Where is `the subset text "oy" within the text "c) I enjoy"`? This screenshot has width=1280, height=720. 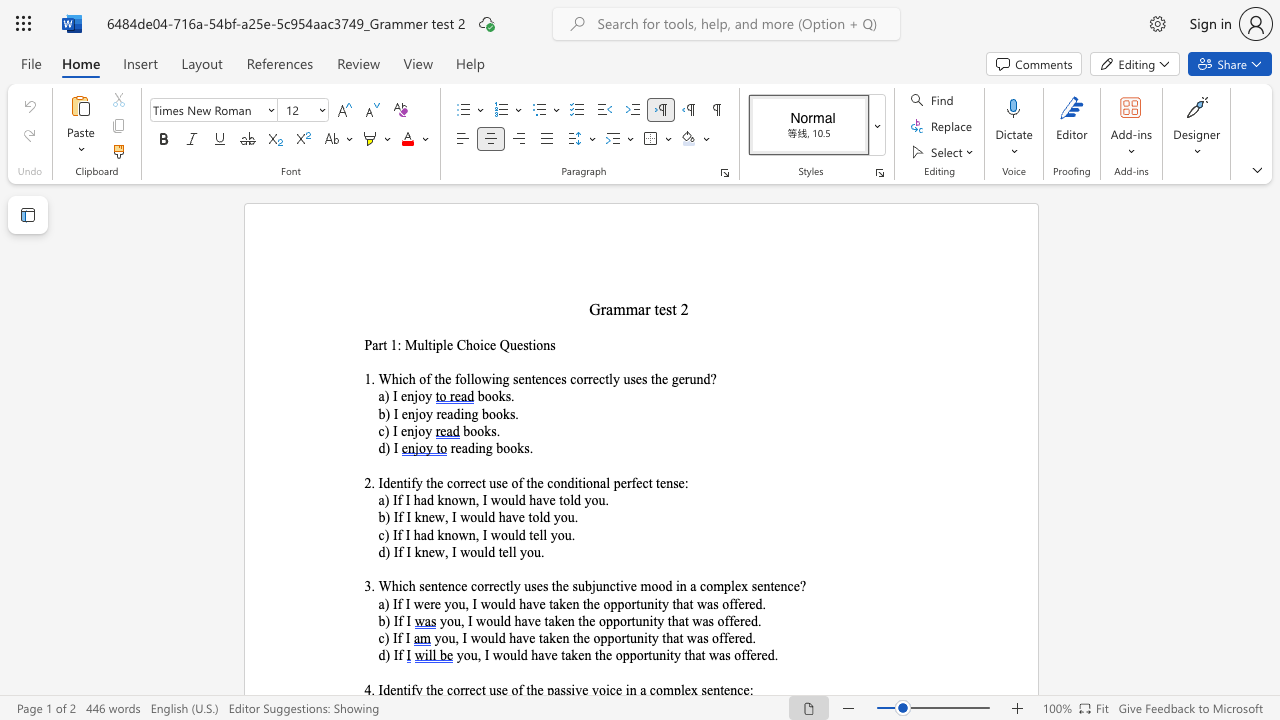 the subset text "oy" within the text "c) I enjoy" is located at coordinates (417, 430).